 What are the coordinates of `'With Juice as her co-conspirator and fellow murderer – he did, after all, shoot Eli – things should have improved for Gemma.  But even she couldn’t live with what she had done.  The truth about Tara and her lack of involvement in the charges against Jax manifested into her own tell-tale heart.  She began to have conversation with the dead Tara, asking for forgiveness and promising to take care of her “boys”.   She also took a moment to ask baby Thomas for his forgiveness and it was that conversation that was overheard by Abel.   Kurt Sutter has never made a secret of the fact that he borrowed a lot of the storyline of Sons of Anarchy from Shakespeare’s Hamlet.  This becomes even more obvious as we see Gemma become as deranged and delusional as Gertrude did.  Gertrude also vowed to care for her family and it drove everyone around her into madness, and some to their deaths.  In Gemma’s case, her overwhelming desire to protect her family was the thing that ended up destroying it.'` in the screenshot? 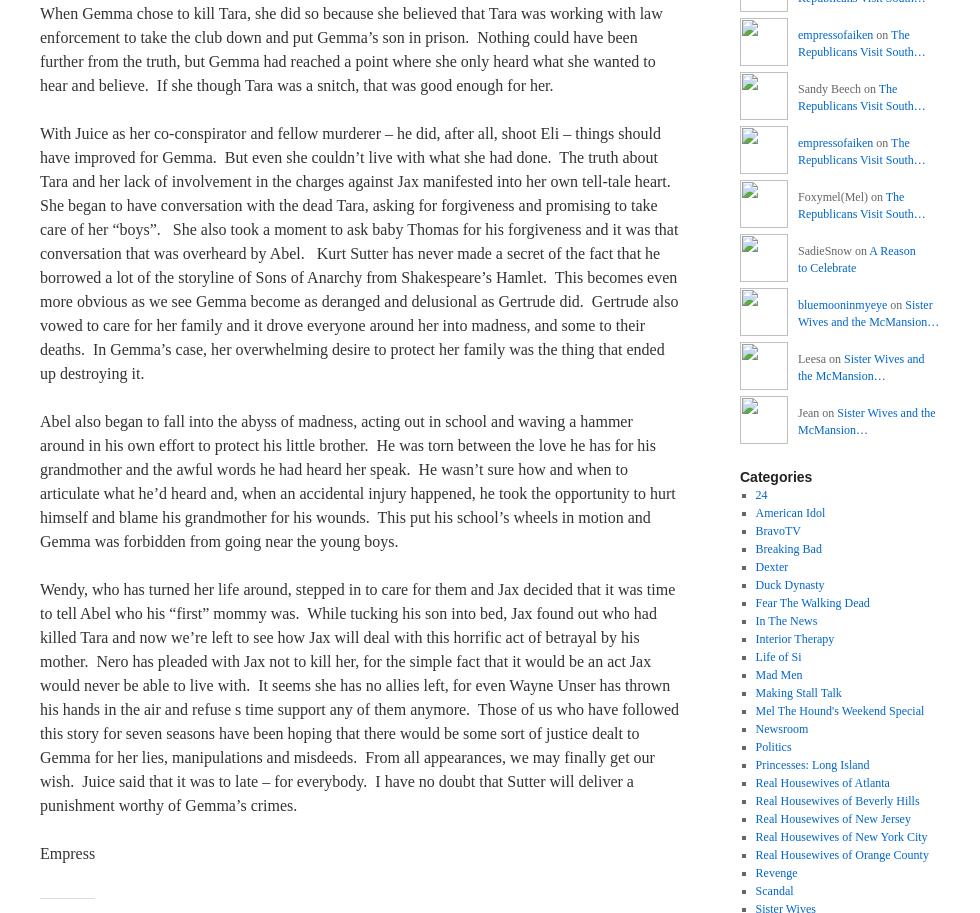 It's located at (358, 253).